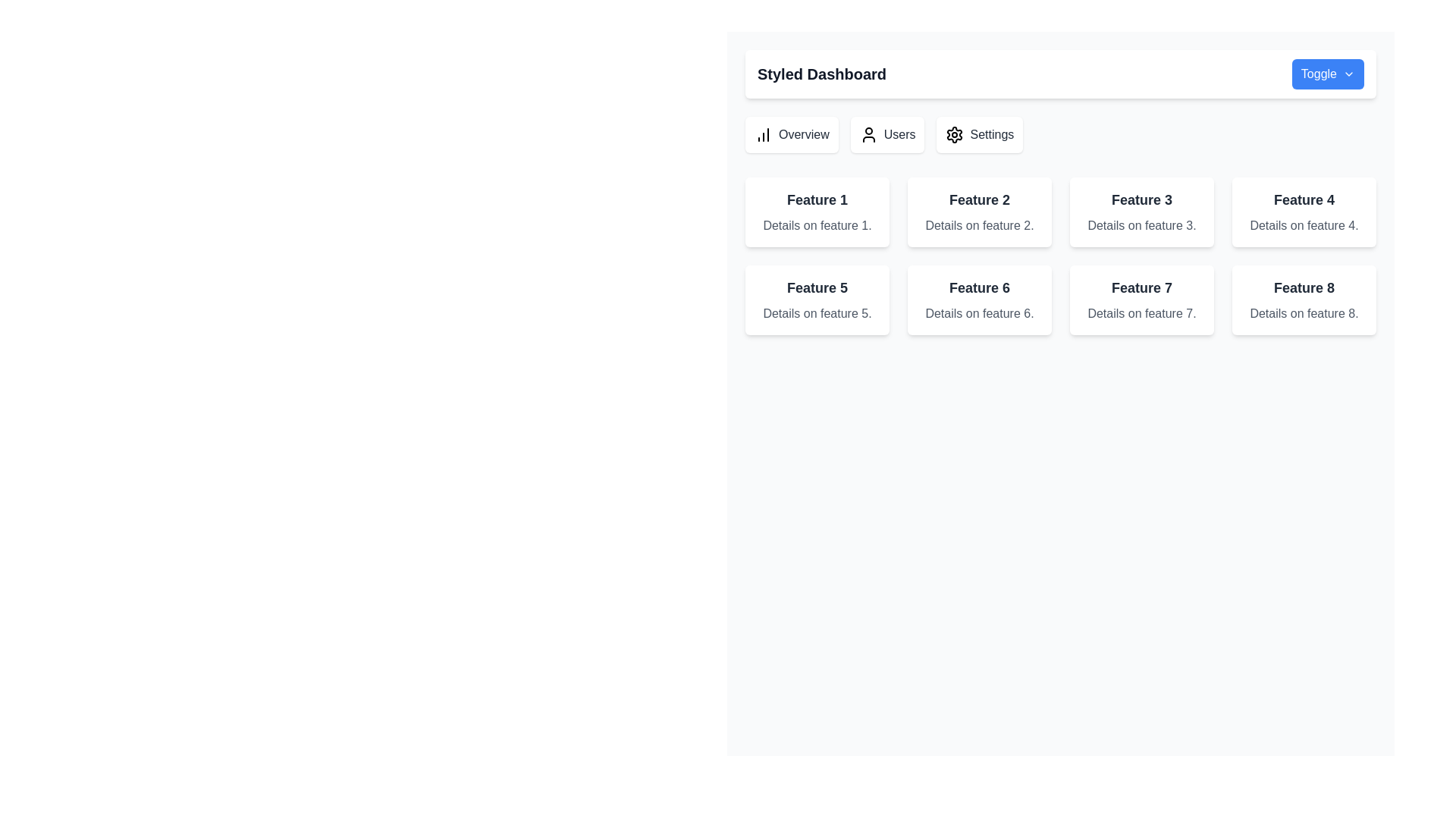 The image size is (1456, 819). What do you see at coordinates (1303, 212) in the screenshot?
I see `the Information card titled 'Feature 4', which has a white background and rounded corners, located in the fourth position of the first row in a grid layout` at bounding box center [1303, 212].